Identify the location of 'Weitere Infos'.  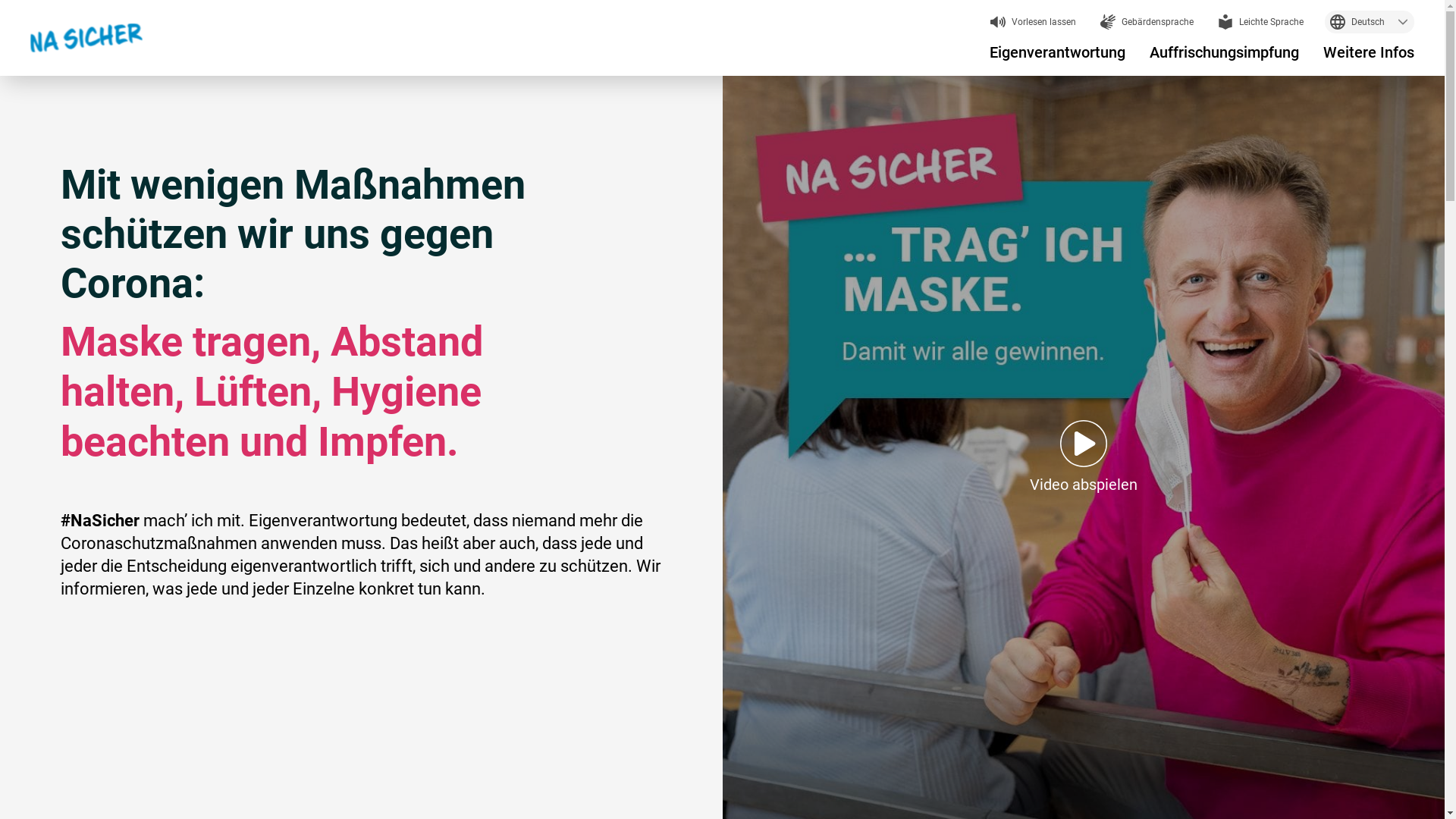
(1368, 52).